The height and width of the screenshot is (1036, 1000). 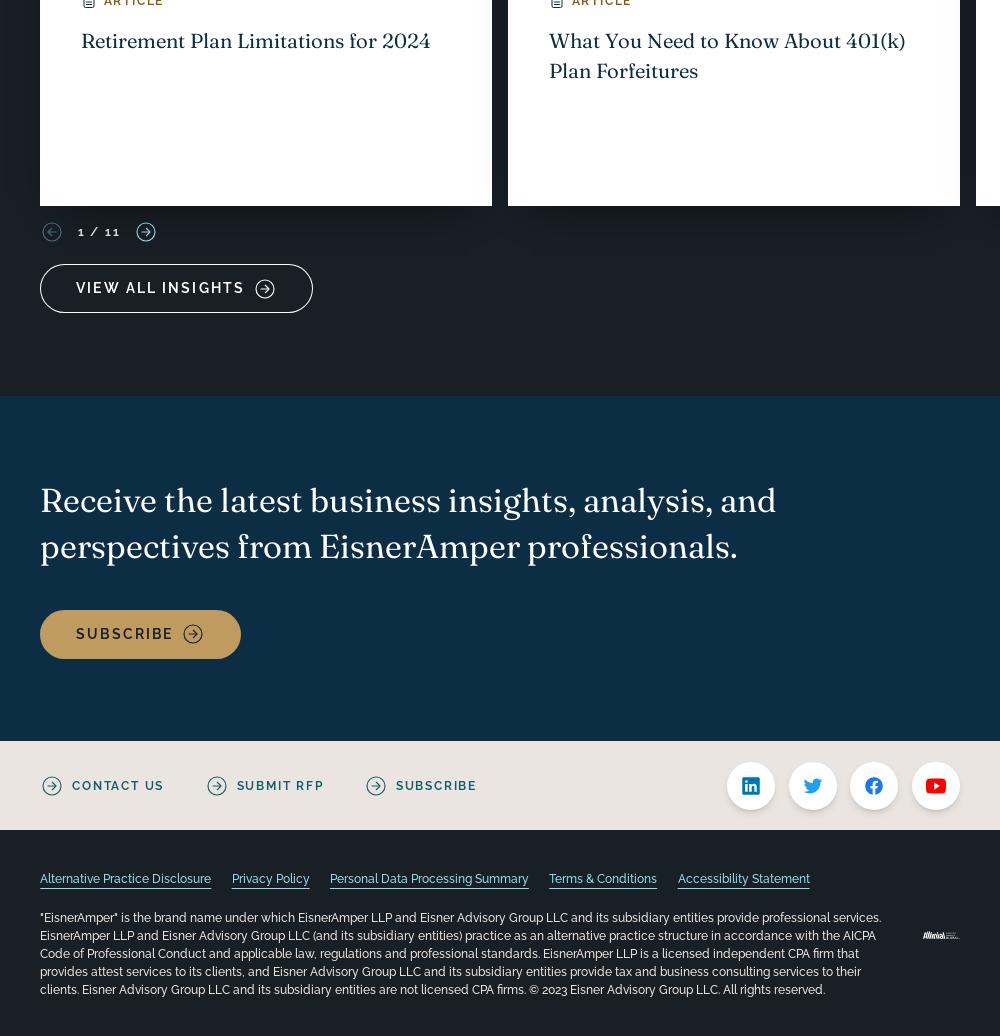 What do you see at coordinates (742, 879) in the screenshot?
I see `'Accessibility Statement'` at bounding box center [742, 879].